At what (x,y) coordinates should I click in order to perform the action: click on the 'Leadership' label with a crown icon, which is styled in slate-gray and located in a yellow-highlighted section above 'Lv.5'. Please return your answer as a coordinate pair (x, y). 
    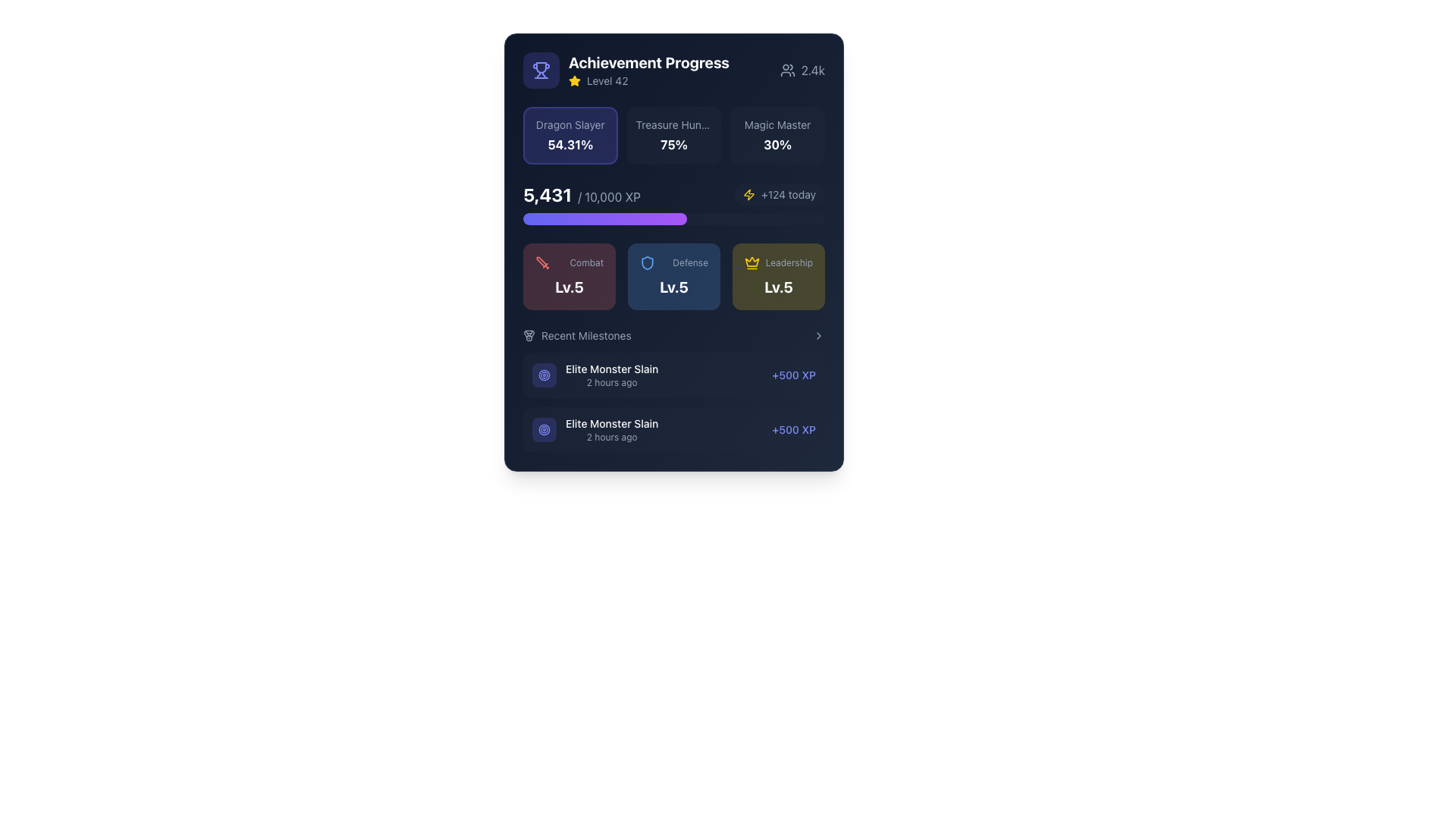
    Looking at the image, I should click on (779, 262).